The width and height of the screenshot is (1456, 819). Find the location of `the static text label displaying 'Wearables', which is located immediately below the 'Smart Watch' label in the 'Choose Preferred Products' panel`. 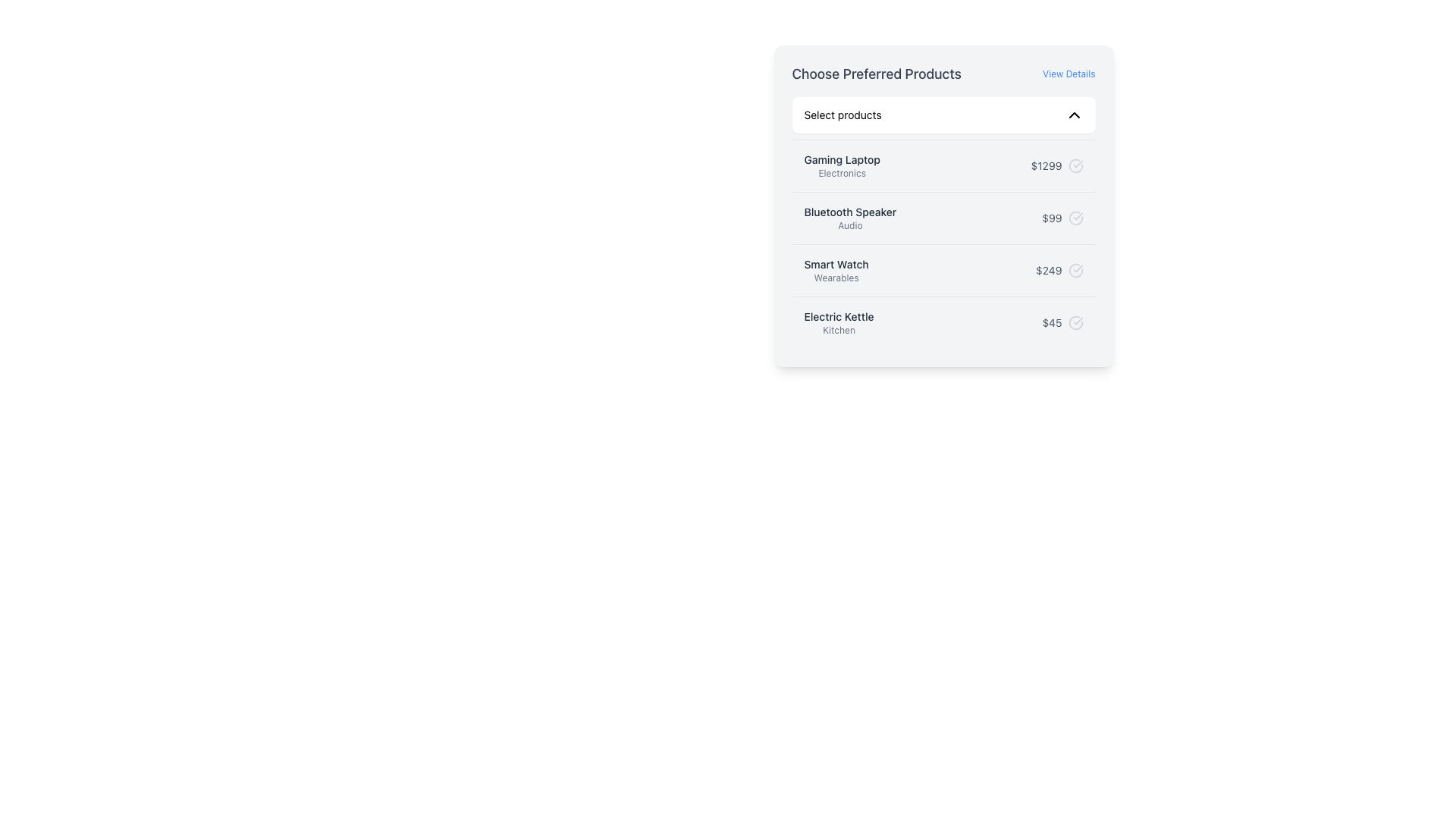

the static text label displaying 'Wearables', which is located immediately below the 'Smart Watch' label in the 'Choose Preferred Products' panel is located at coordinates (836, 278).